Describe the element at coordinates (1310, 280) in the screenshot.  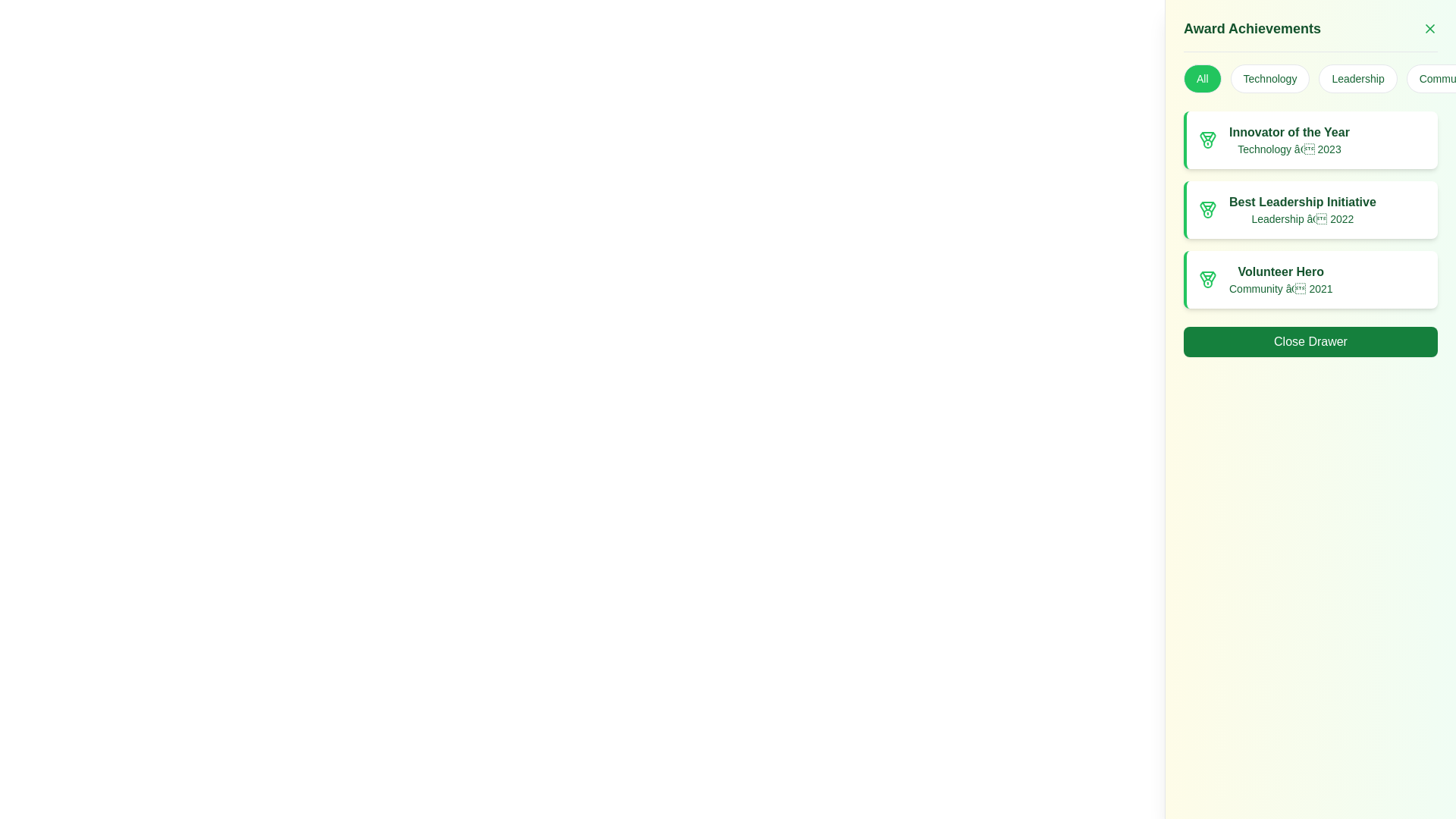
I see `the third list item showcasing the 'Volunteer Hero' award in the right-side drawer panel` at that location.